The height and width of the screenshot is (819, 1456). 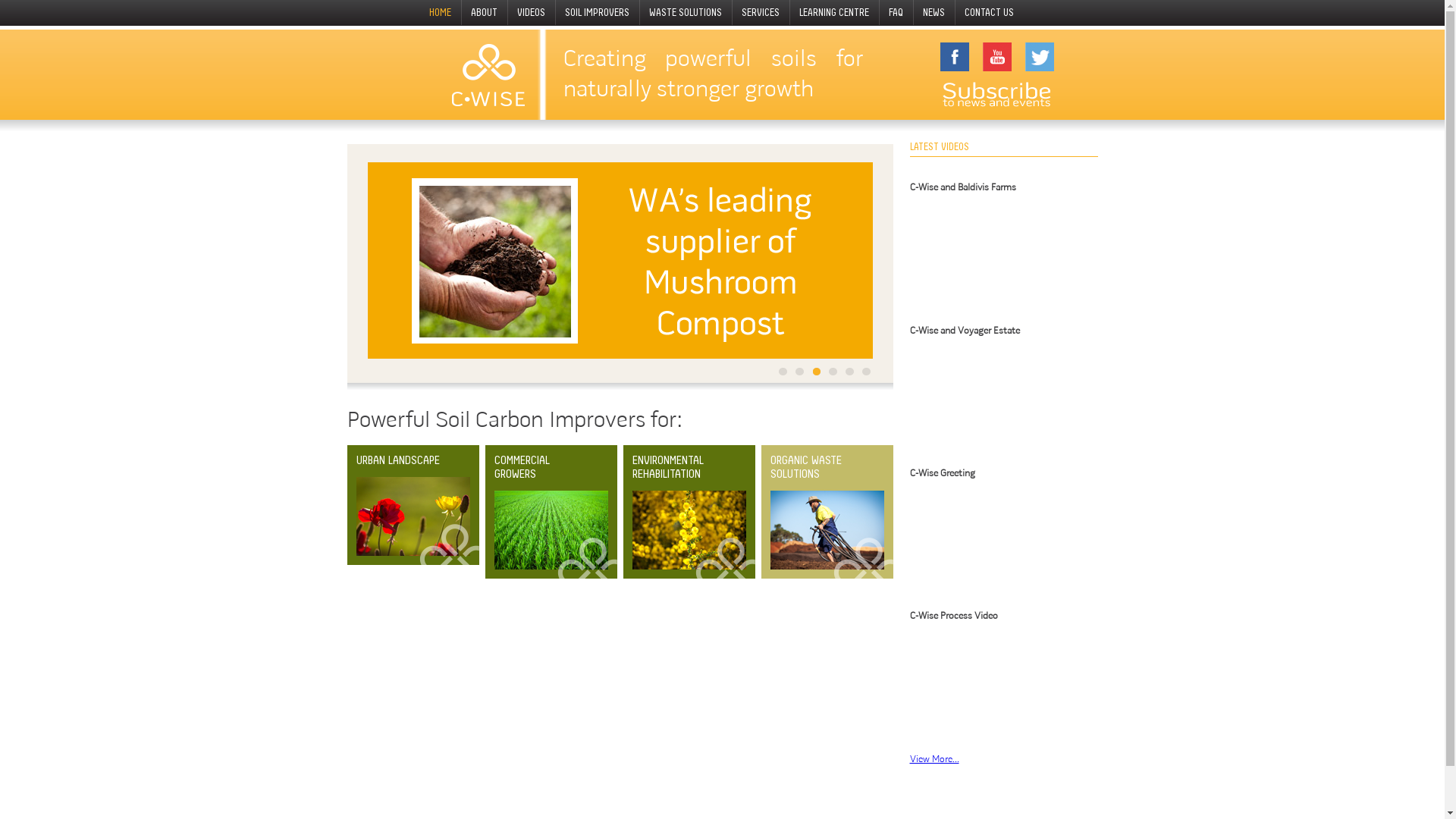 What do you see at coordinates (934, 759) in the screenshot?
I see `'View More...'` at bounding box center [934, 759].